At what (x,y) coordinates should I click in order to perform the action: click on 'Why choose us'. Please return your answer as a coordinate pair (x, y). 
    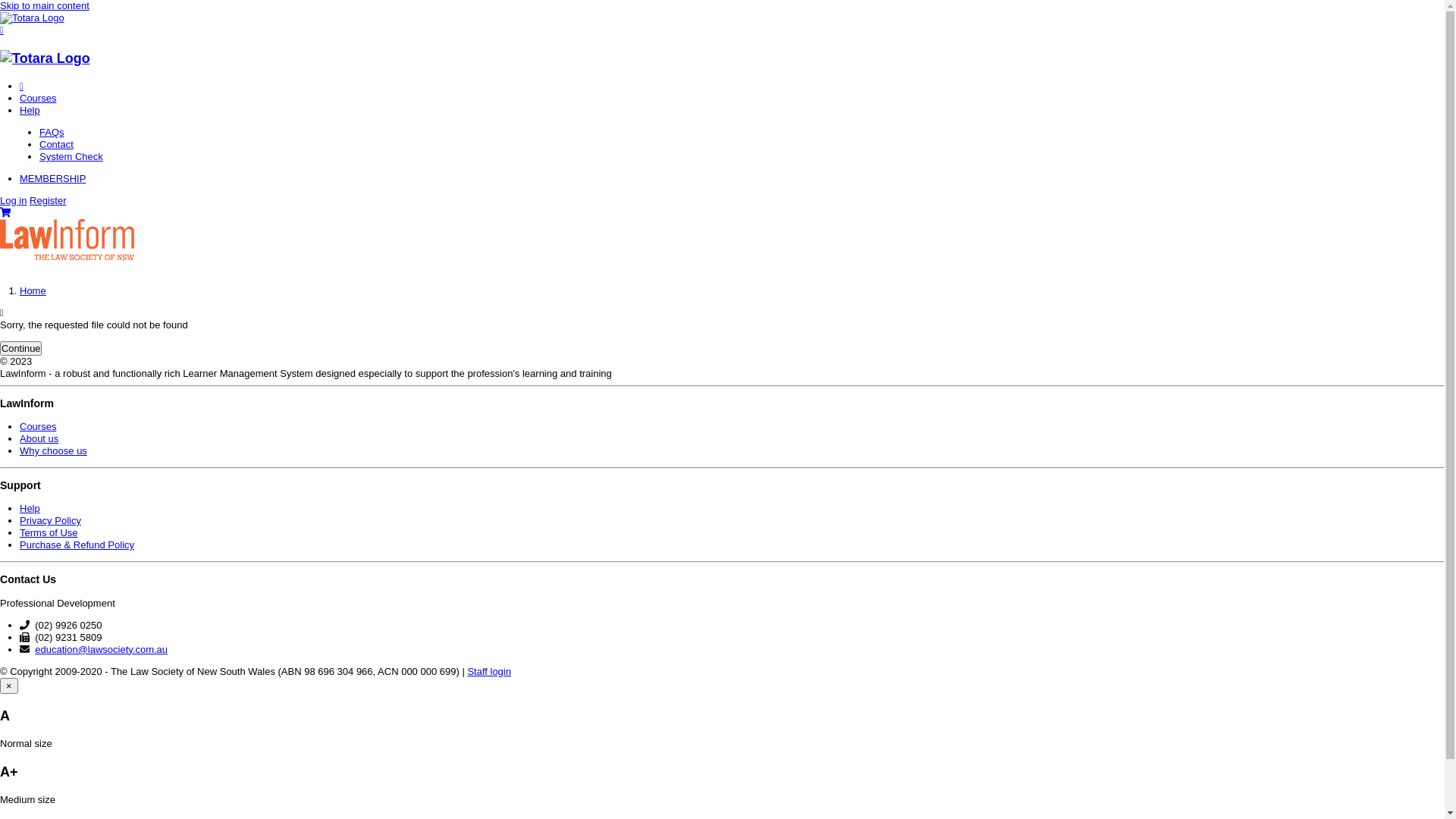
    Looking at the image, I should click on (53, 450).